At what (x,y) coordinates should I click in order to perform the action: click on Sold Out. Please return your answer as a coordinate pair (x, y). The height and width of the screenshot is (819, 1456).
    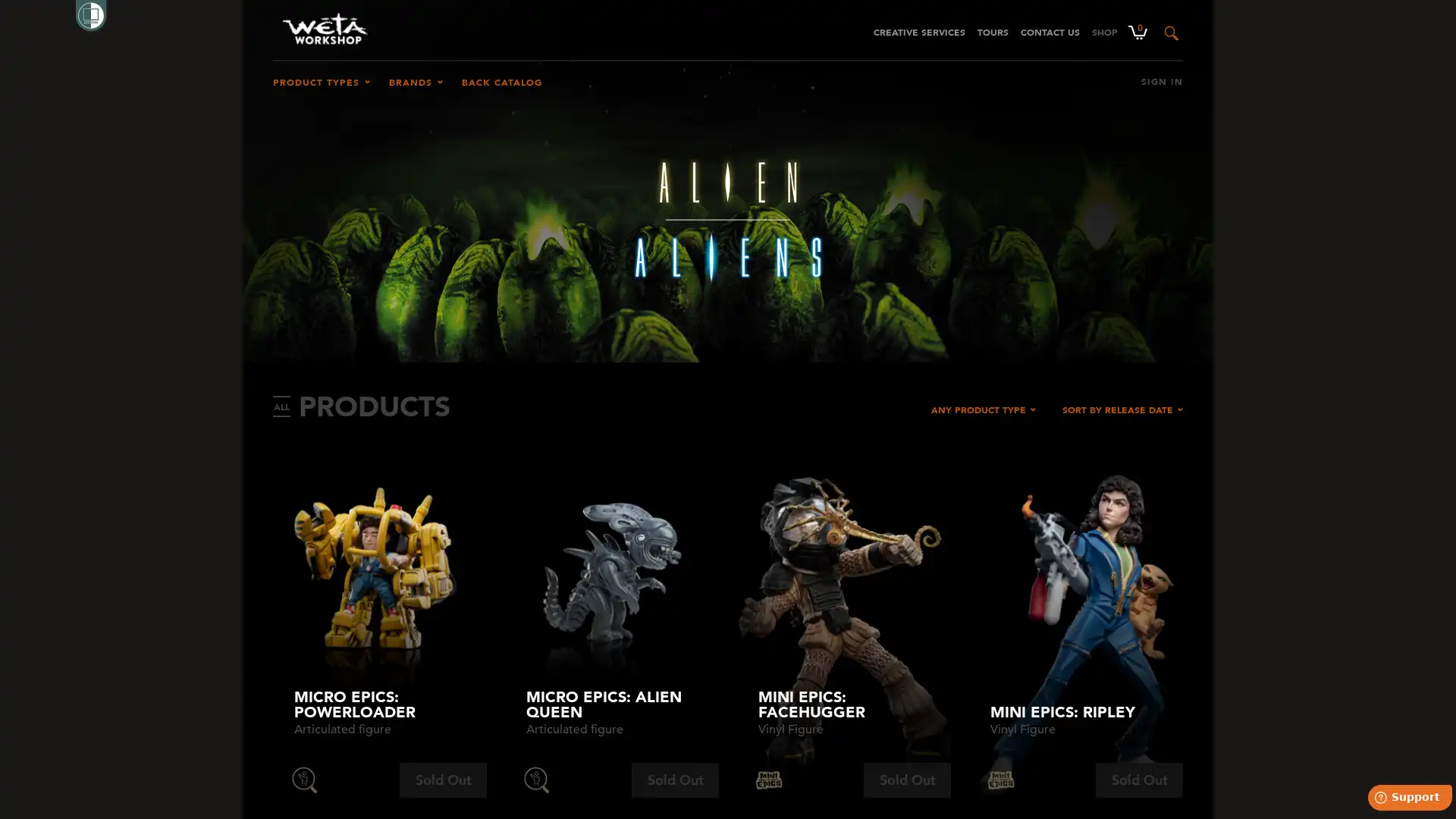
    Looking at the image, I should click on (442, 780).